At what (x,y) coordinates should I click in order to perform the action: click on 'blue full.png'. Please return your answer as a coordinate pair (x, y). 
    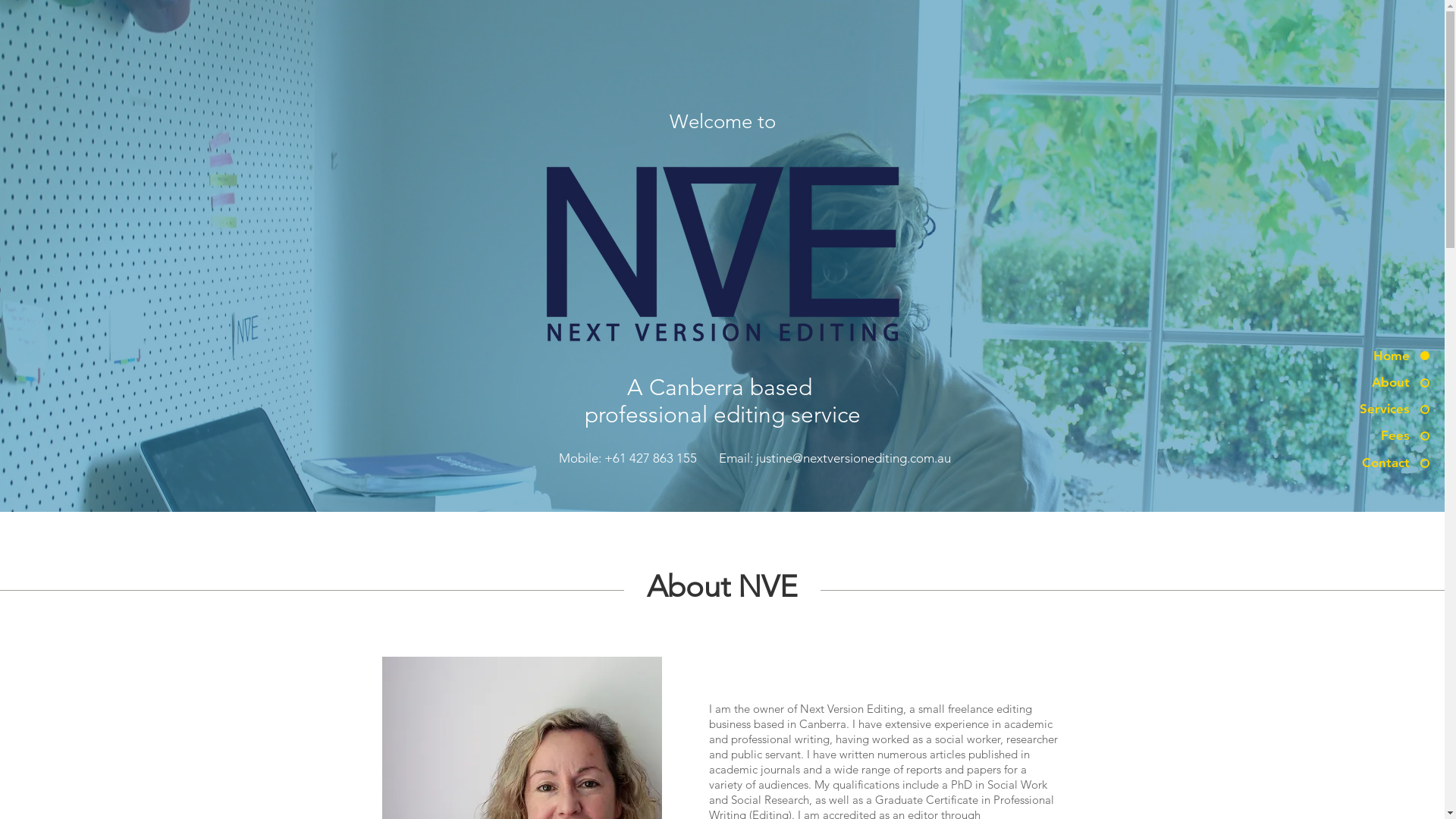
    Looking at the image, I should click on (720, 251).